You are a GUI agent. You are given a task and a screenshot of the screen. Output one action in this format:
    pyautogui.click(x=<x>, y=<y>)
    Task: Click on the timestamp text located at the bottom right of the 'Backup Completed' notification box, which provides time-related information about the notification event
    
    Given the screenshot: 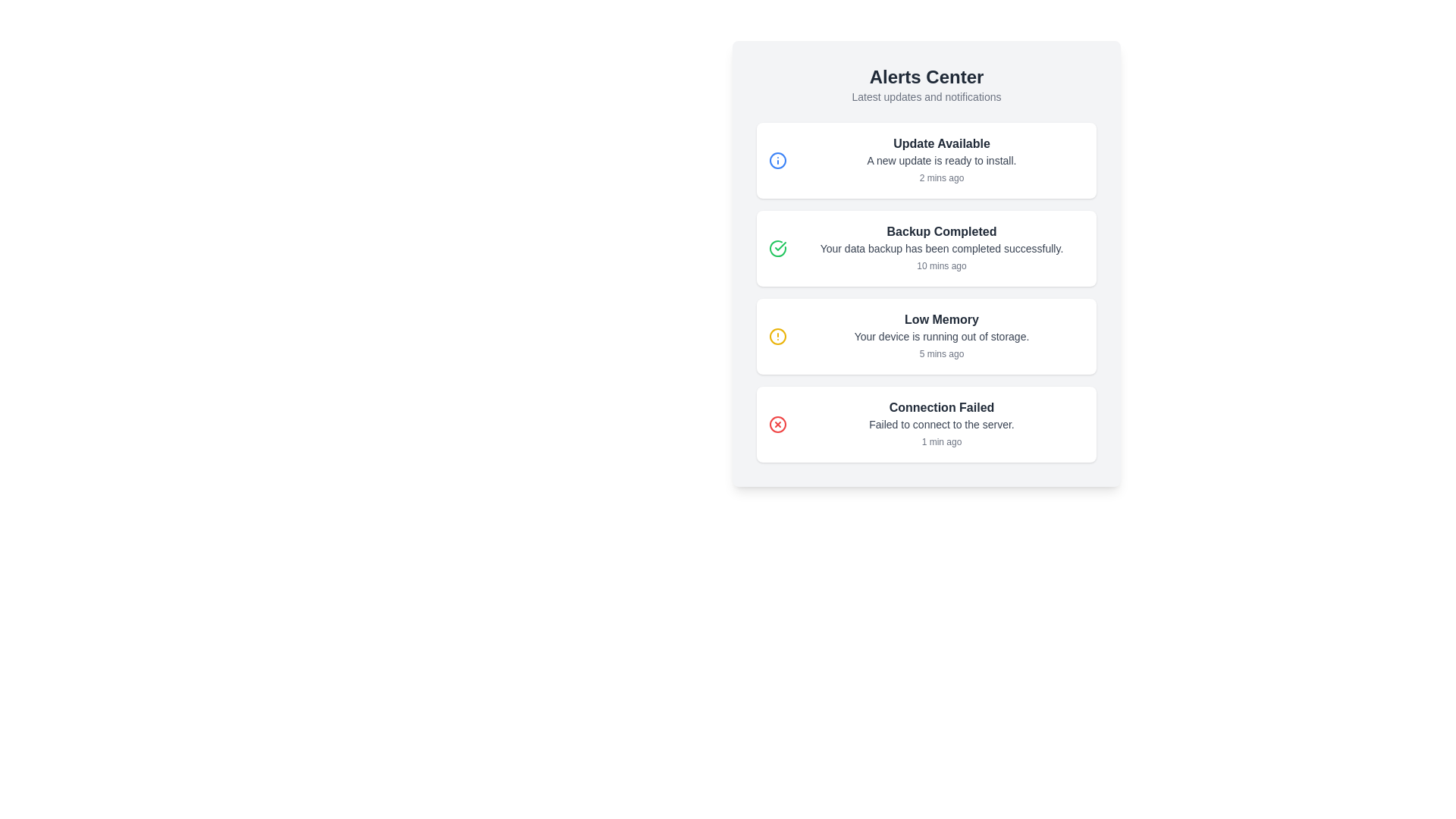 What is the action you would take?
    pyautogui.click(x=941, y=265)
    